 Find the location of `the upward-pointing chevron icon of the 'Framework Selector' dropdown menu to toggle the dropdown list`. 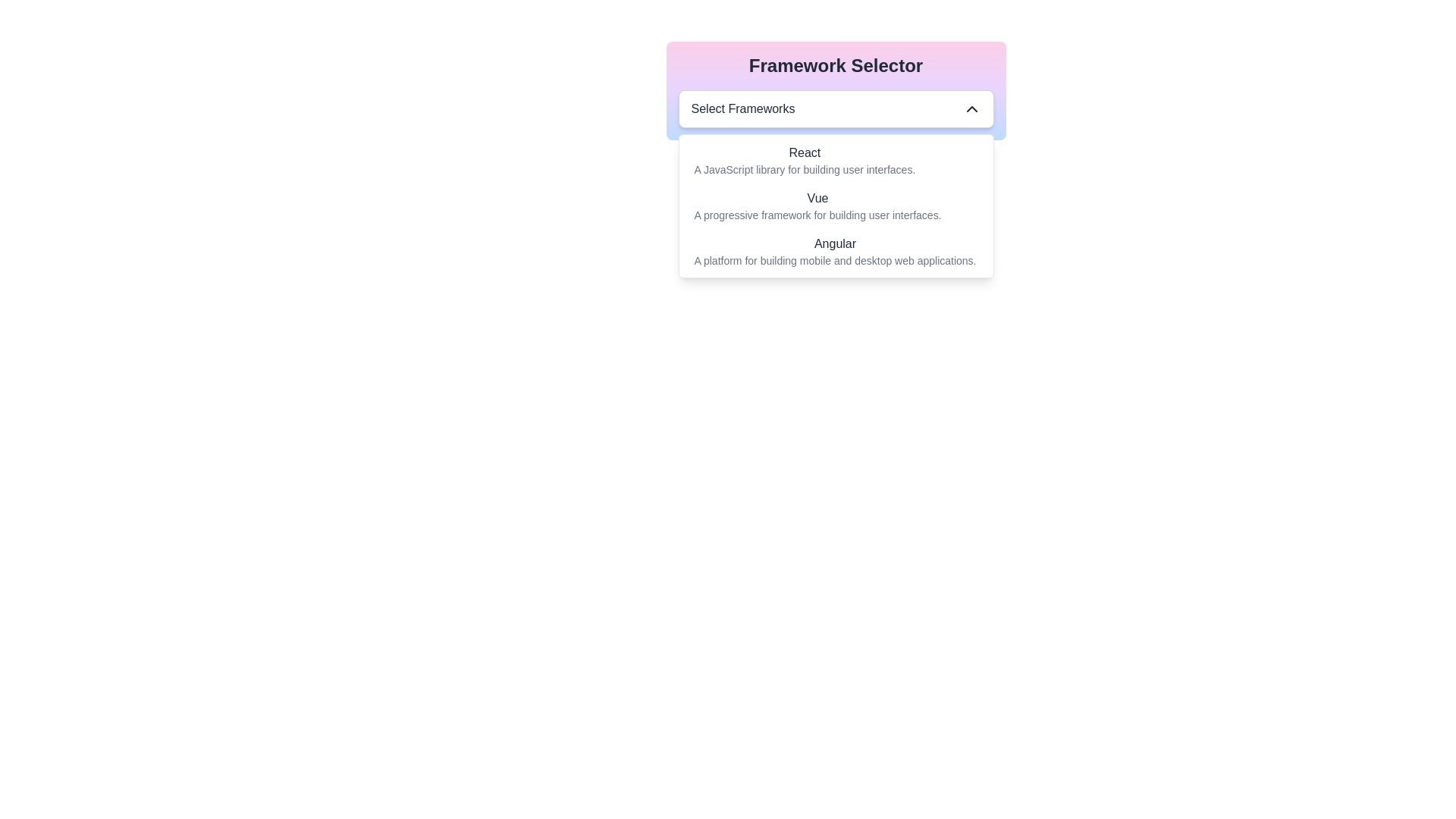

the upward-pointing chevron icon of the 'Framework Selector' dropdown menu to toggle the dropdown list is located at coordinates (835, 90).